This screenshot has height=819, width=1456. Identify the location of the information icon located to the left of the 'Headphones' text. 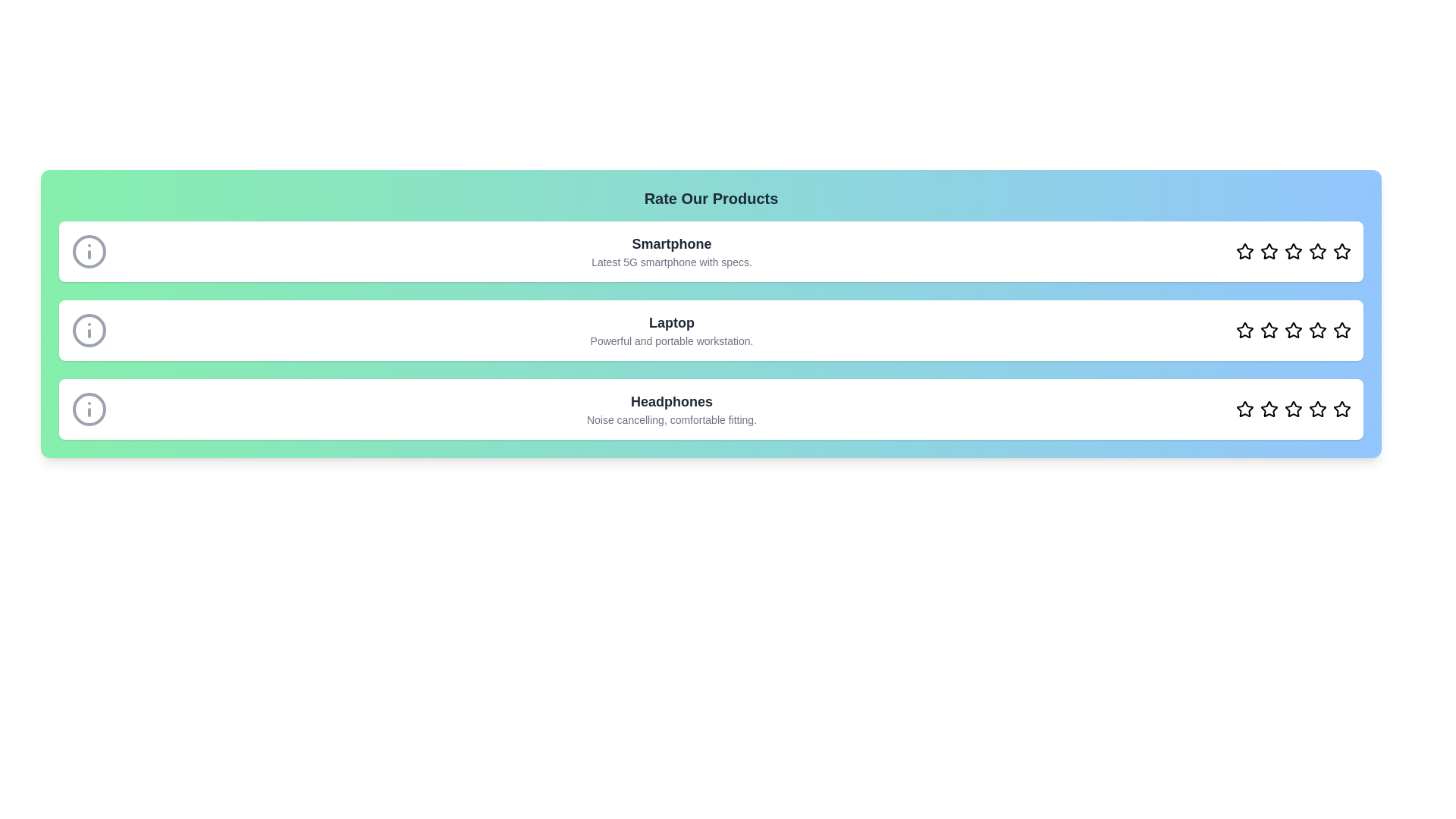
(89, 409).